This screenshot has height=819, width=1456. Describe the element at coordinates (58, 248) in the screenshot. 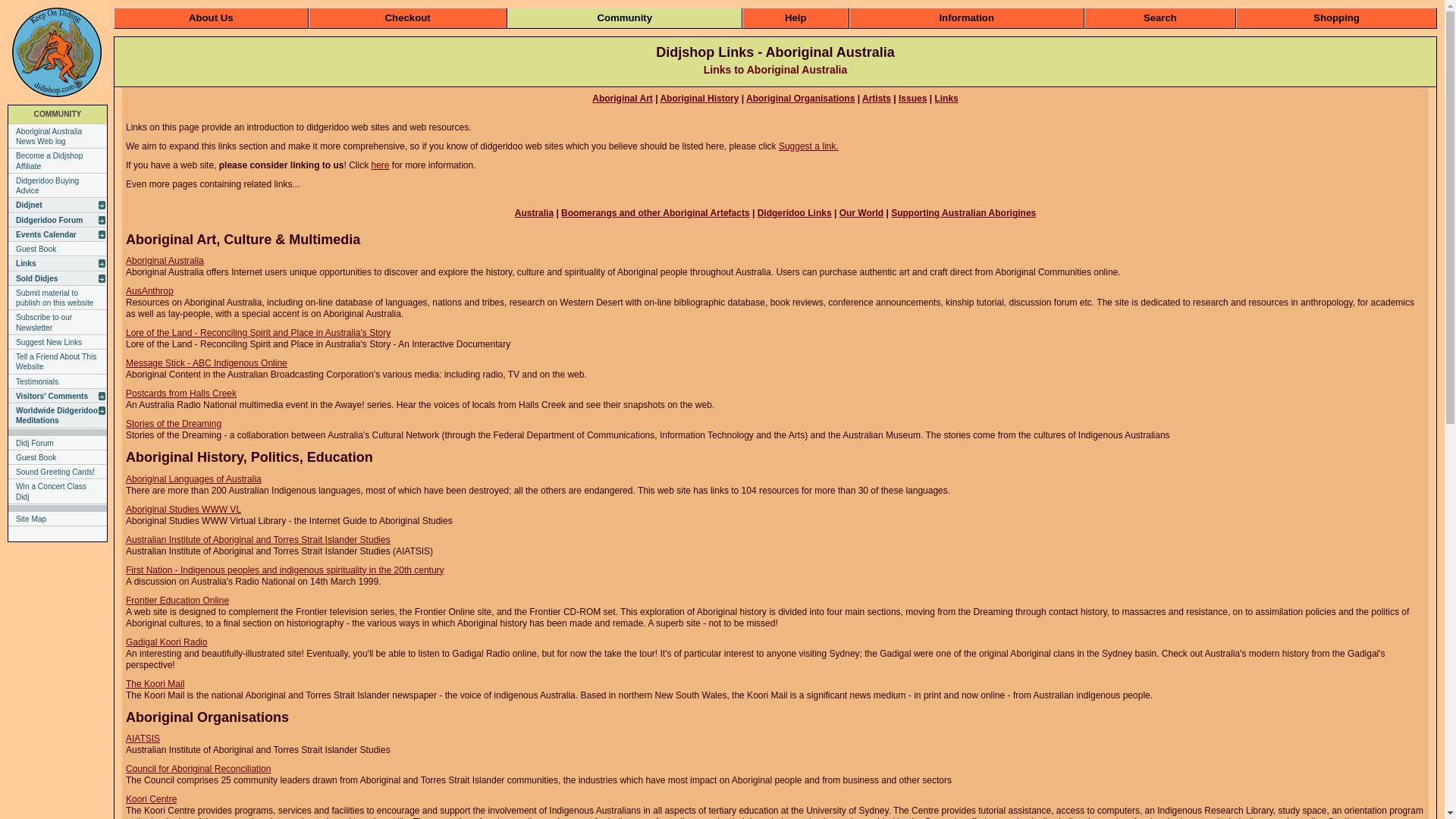

I see `'Guest Book'` at that location.